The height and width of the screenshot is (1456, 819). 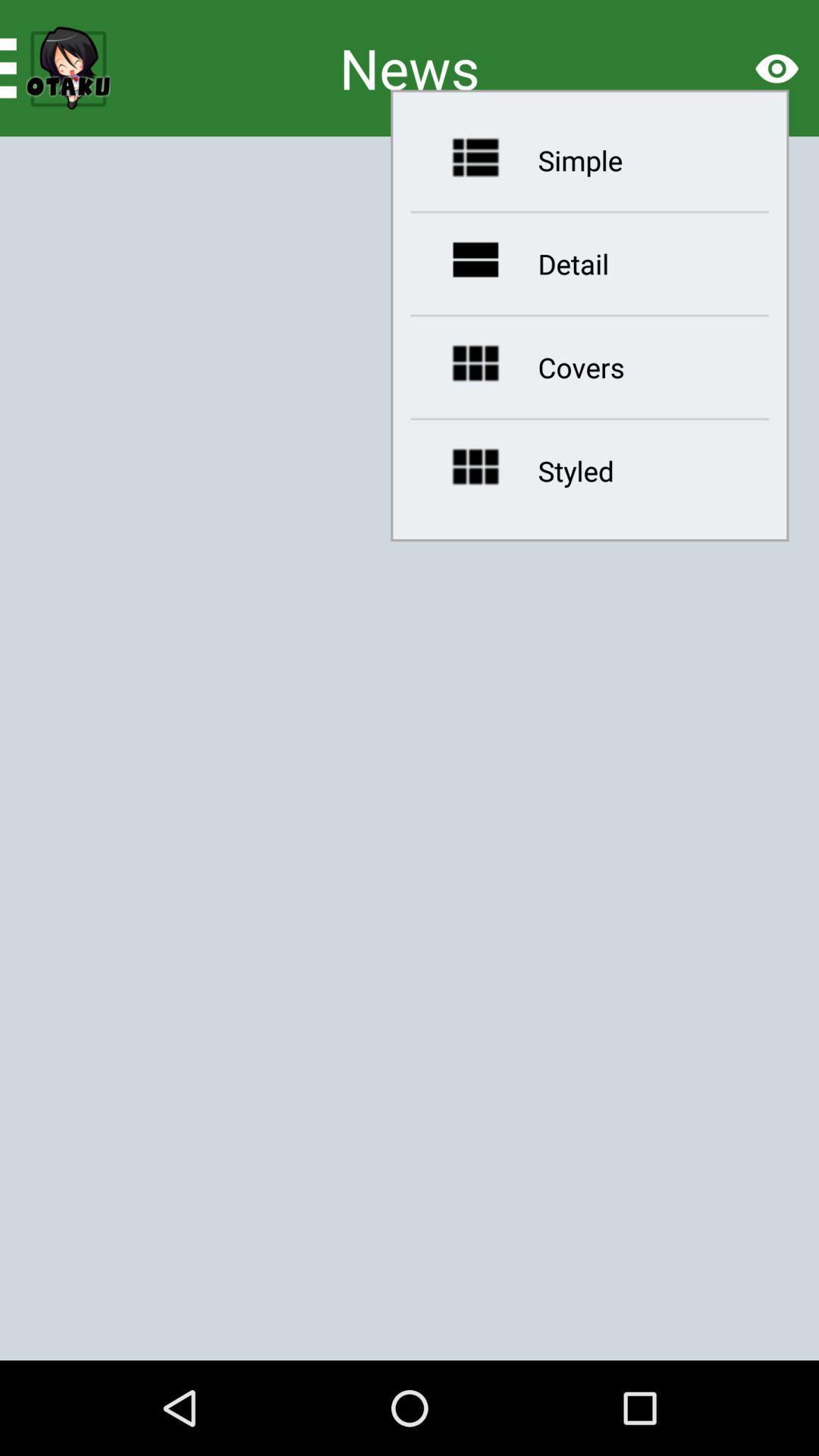 What do you see at coordinates (8, 67) in the screenshot?
I see `the menu icon` at bounding box center [8, 67].